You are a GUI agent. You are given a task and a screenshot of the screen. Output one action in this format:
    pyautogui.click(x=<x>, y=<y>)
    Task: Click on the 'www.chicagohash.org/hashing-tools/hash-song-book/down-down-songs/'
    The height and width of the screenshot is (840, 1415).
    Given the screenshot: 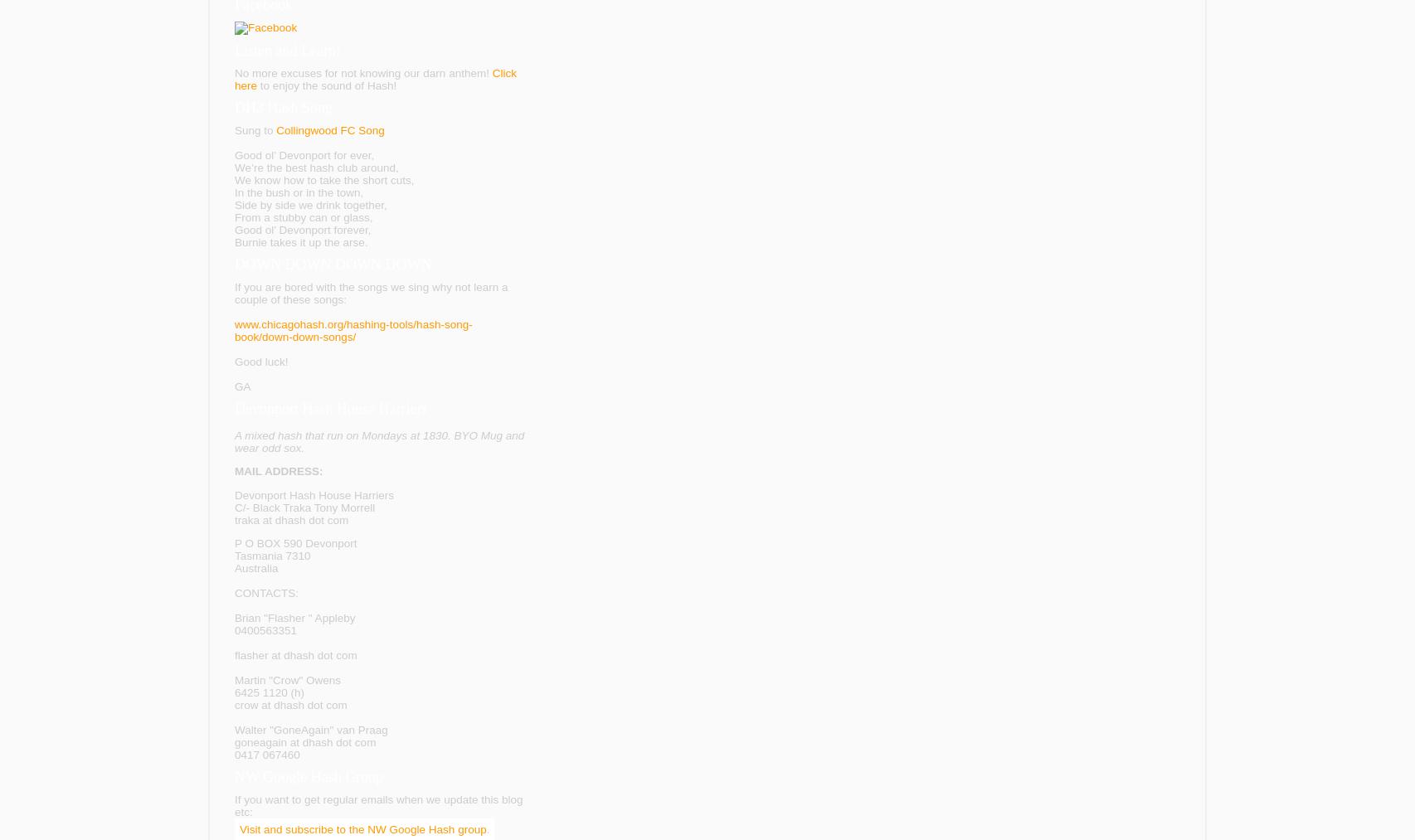 What is the action you would take?
    pyautogui.click(x=353, y=331)
    